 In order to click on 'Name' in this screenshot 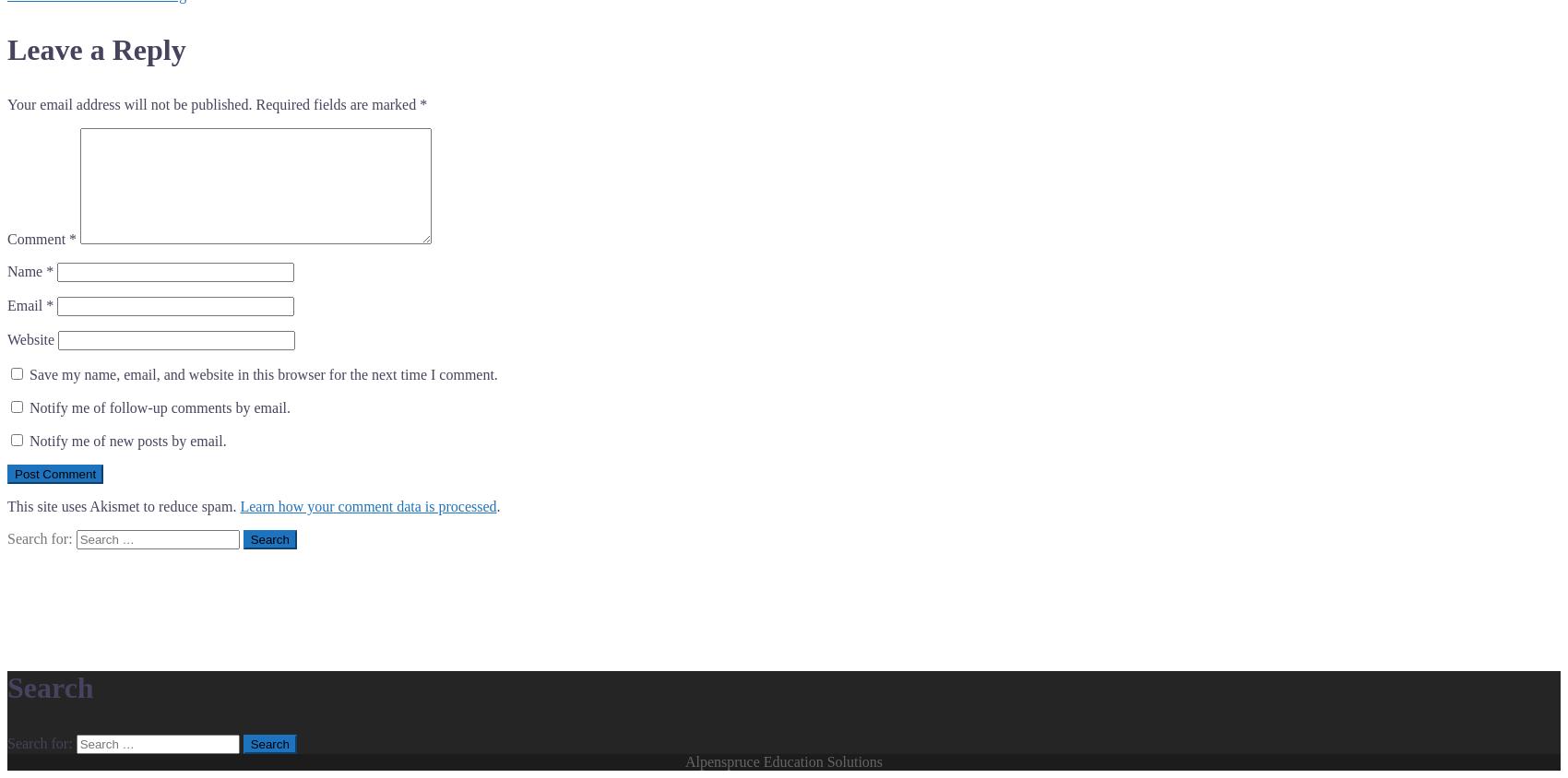, I will do `click(27, 270)`.